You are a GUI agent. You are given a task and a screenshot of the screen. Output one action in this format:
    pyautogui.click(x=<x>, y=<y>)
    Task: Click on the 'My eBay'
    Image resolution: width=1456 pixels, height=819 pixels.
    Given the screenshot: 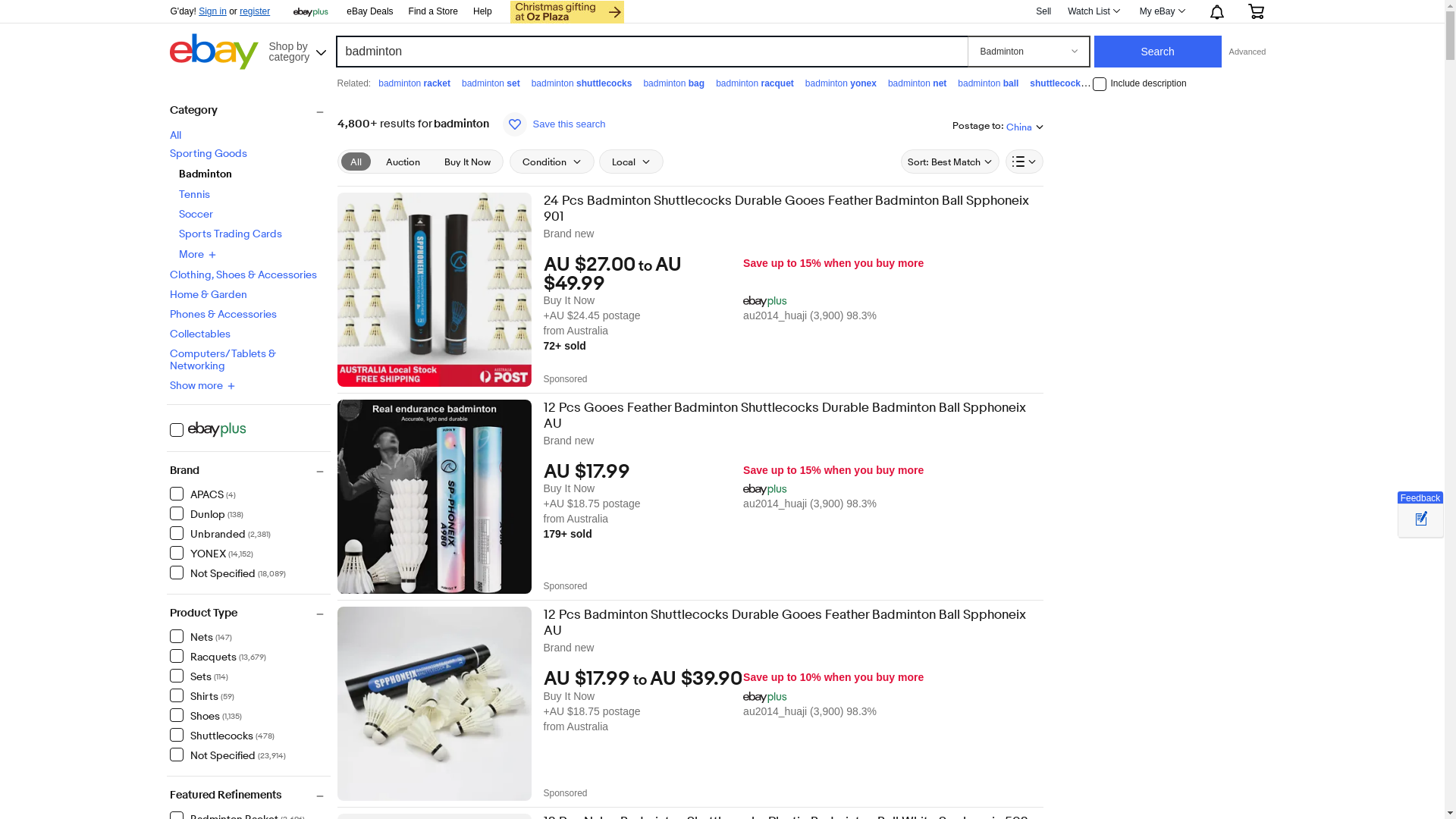 What is the action you would take?
    pyautogui.click(x=1160, y=11)
    